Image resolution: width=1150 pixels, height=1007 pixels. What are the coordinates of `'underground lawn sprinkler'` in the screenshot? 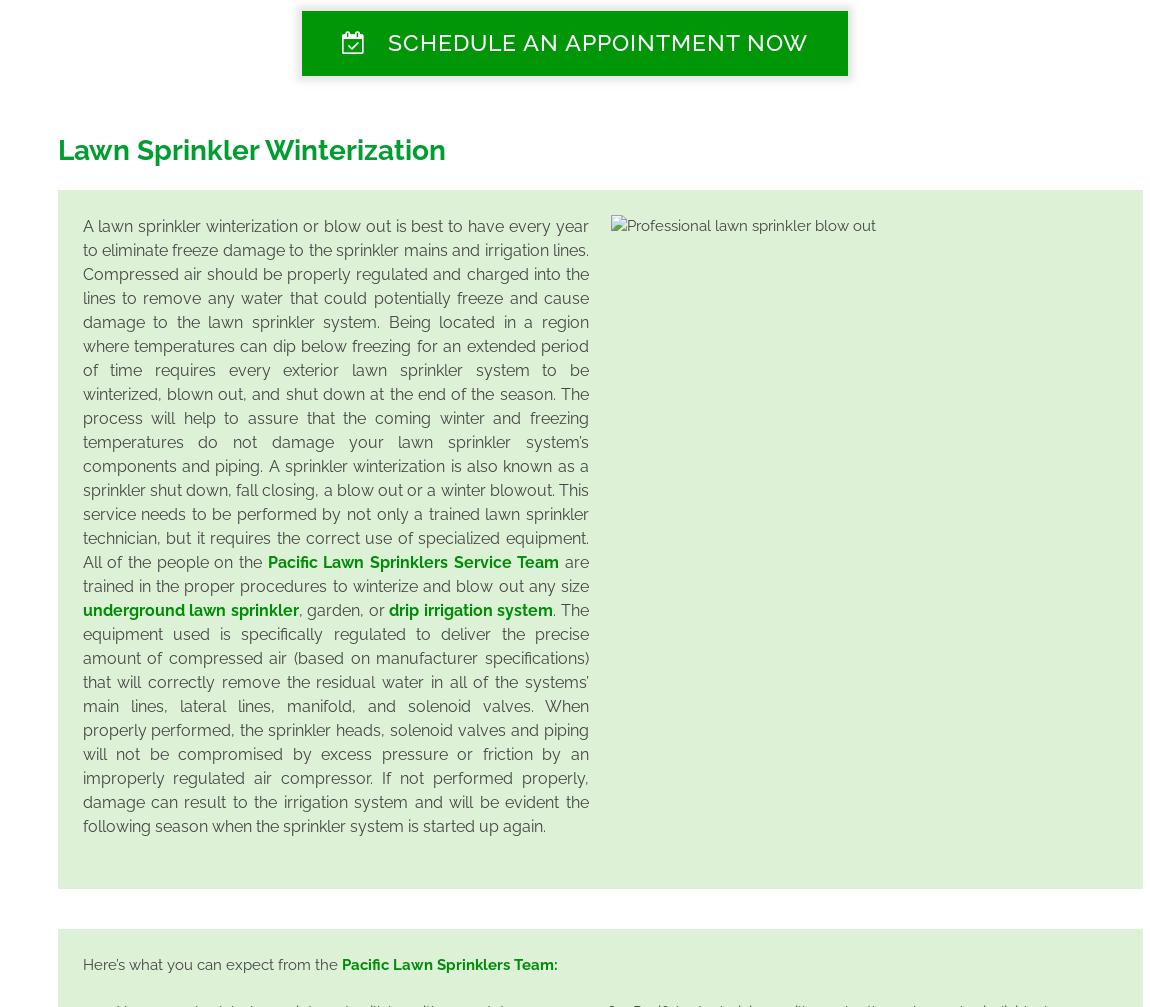 It's located at (188, 608).